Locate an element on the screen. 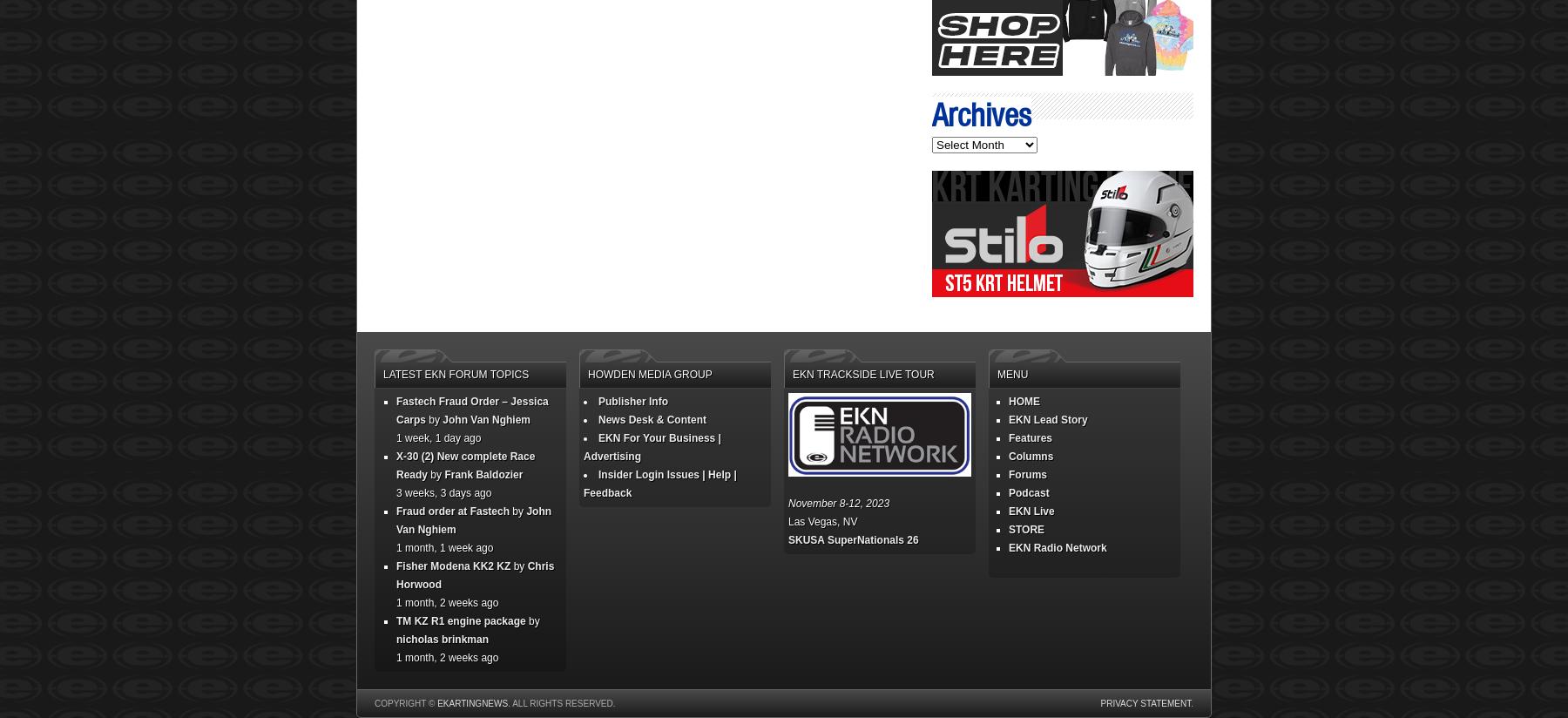  'Features' is located at coordinates (1029, 437).